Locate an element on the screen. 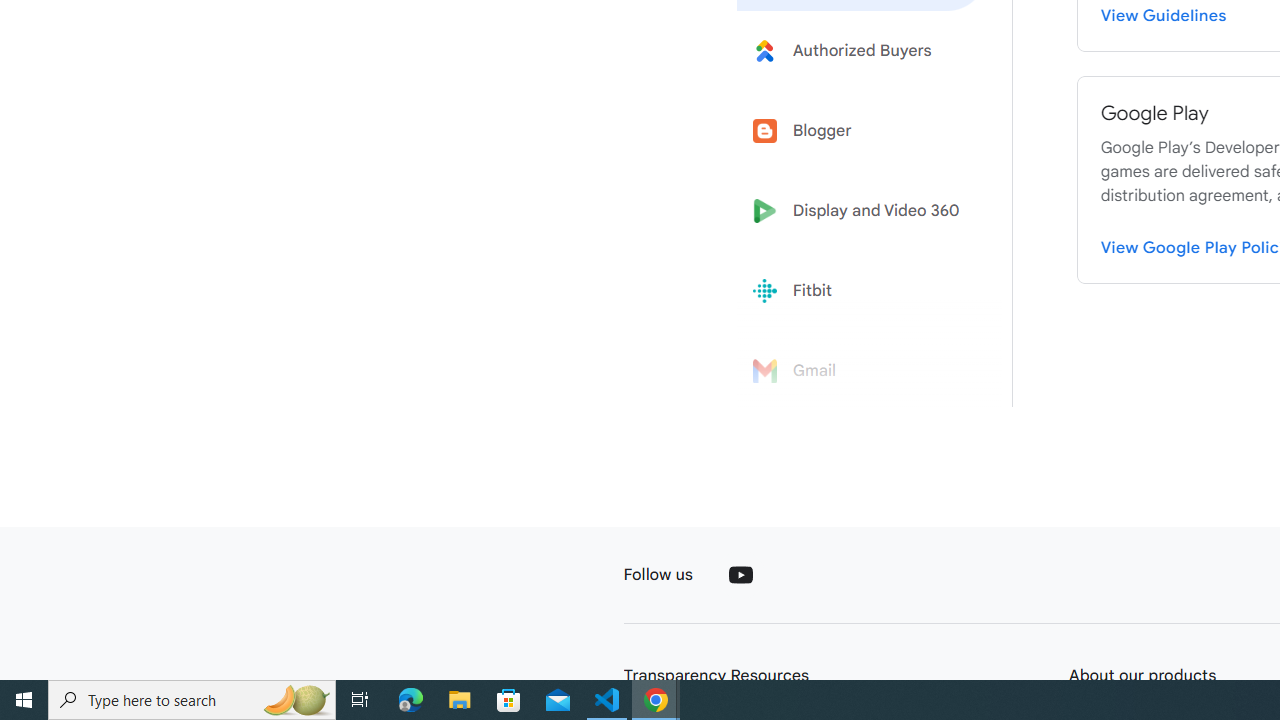 The height and width of the screenshot is (720, 1280). 'Blogger' is located at coordinates (862, 131).